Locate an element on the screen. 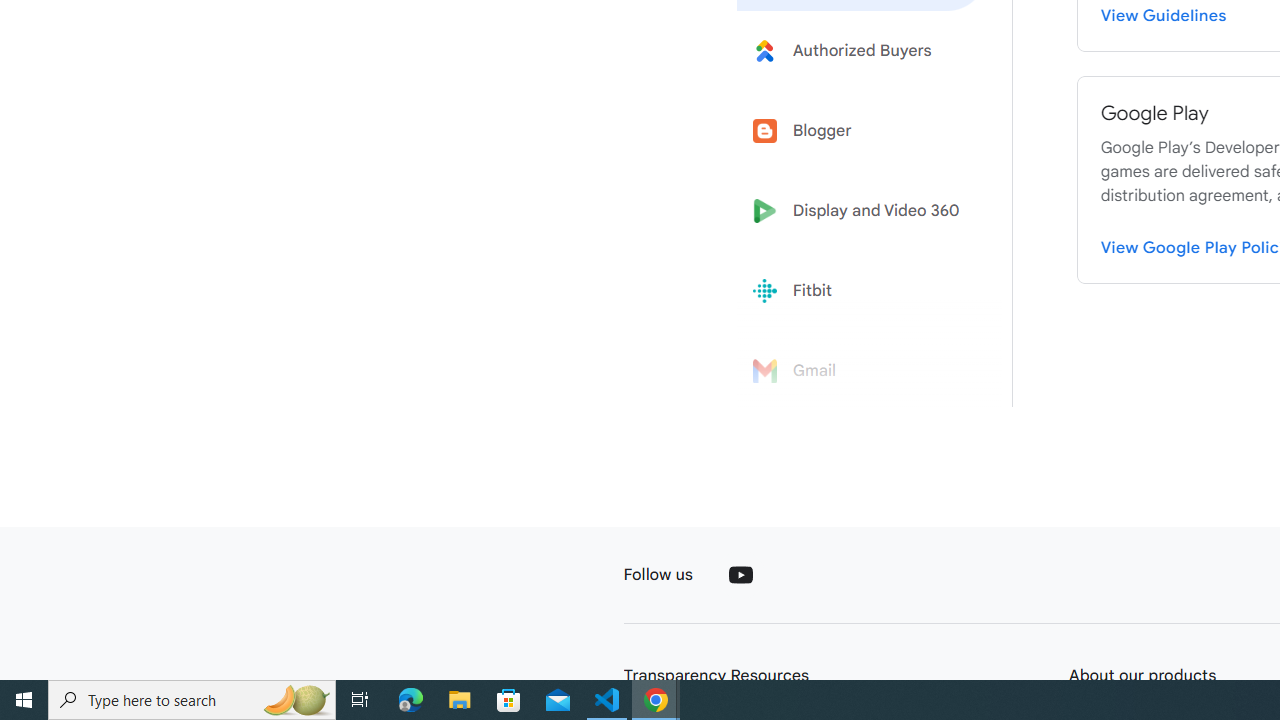 The height and width of the screenshot is (720, 1280). 'Blogger' is located at coordinates (862, 131).